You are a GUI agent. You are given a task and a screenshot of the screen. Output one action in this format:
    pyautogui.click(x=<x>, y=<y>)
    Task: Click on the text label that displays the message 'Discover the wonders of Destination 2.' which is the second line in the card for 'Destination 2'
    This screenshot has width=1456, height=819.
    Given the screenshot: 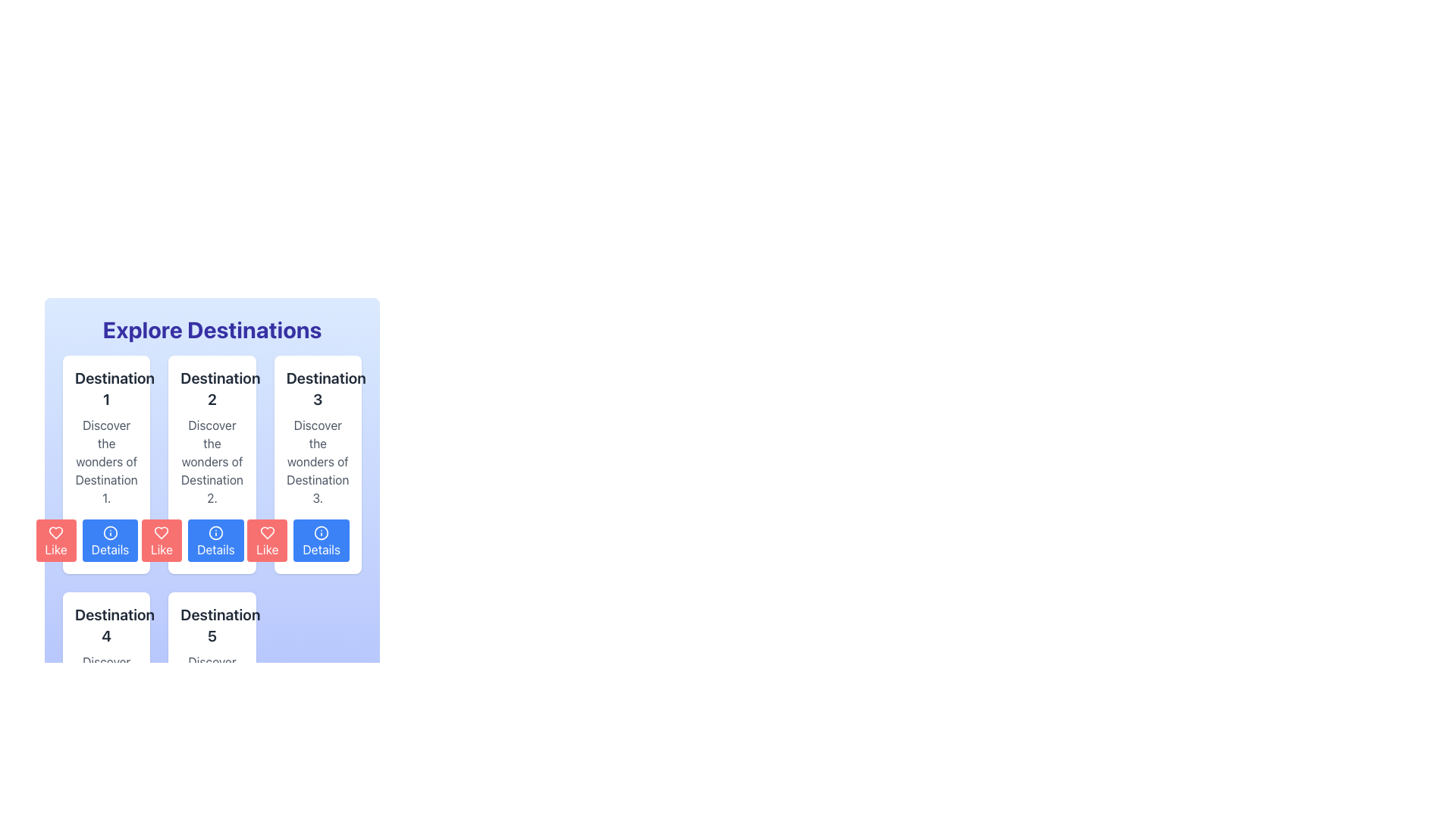 What is the action you would take?
    pyautogui.click(x=211, y=461)
    